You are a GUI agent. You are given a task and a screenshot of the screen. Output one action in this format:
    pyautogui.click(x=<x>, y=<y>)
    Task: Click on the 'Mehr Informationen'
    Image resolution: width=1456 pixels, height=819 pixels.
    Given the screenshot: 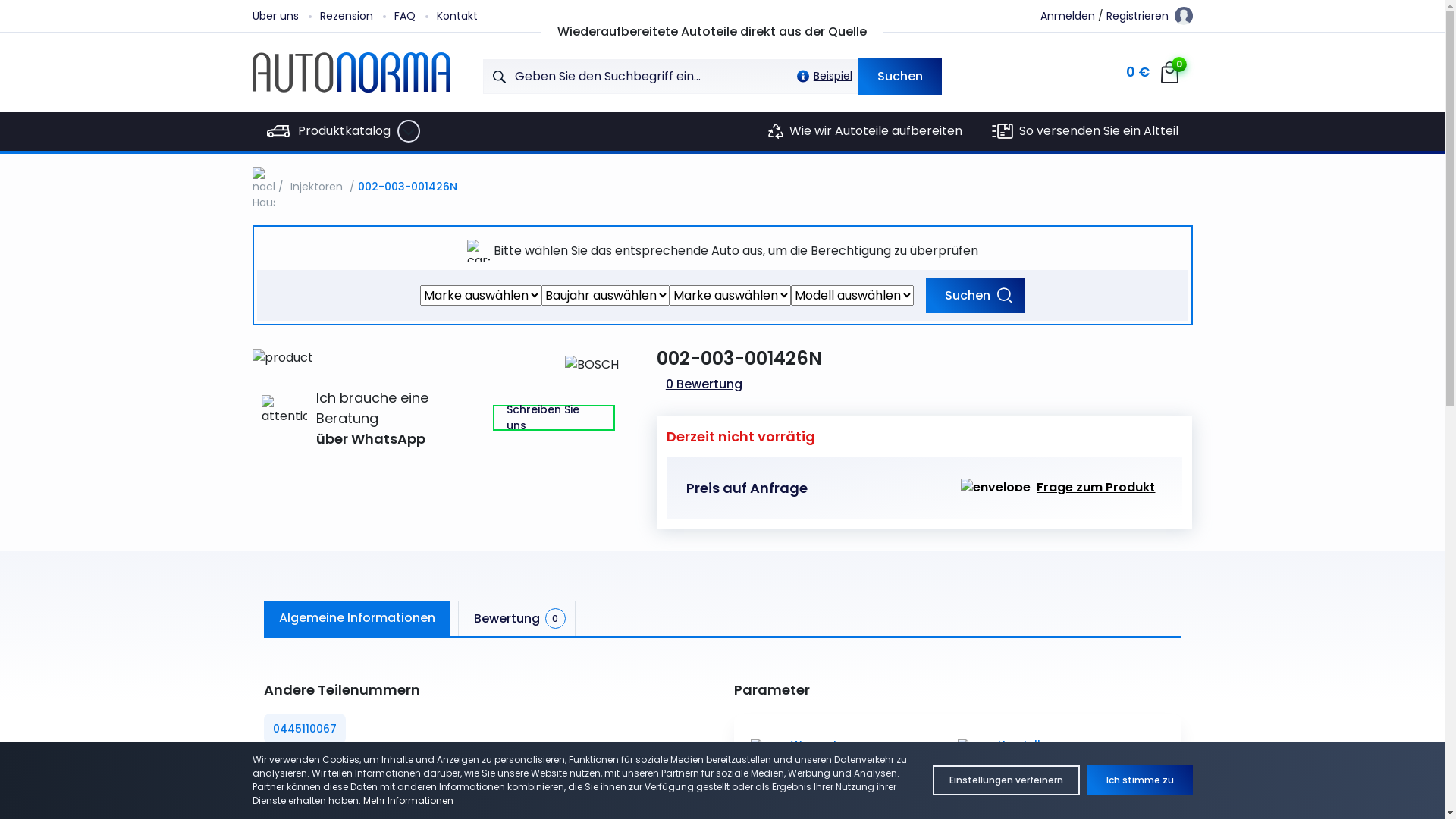 What is the action you would take?
    pyautogui.click(x=407, y=799)
    